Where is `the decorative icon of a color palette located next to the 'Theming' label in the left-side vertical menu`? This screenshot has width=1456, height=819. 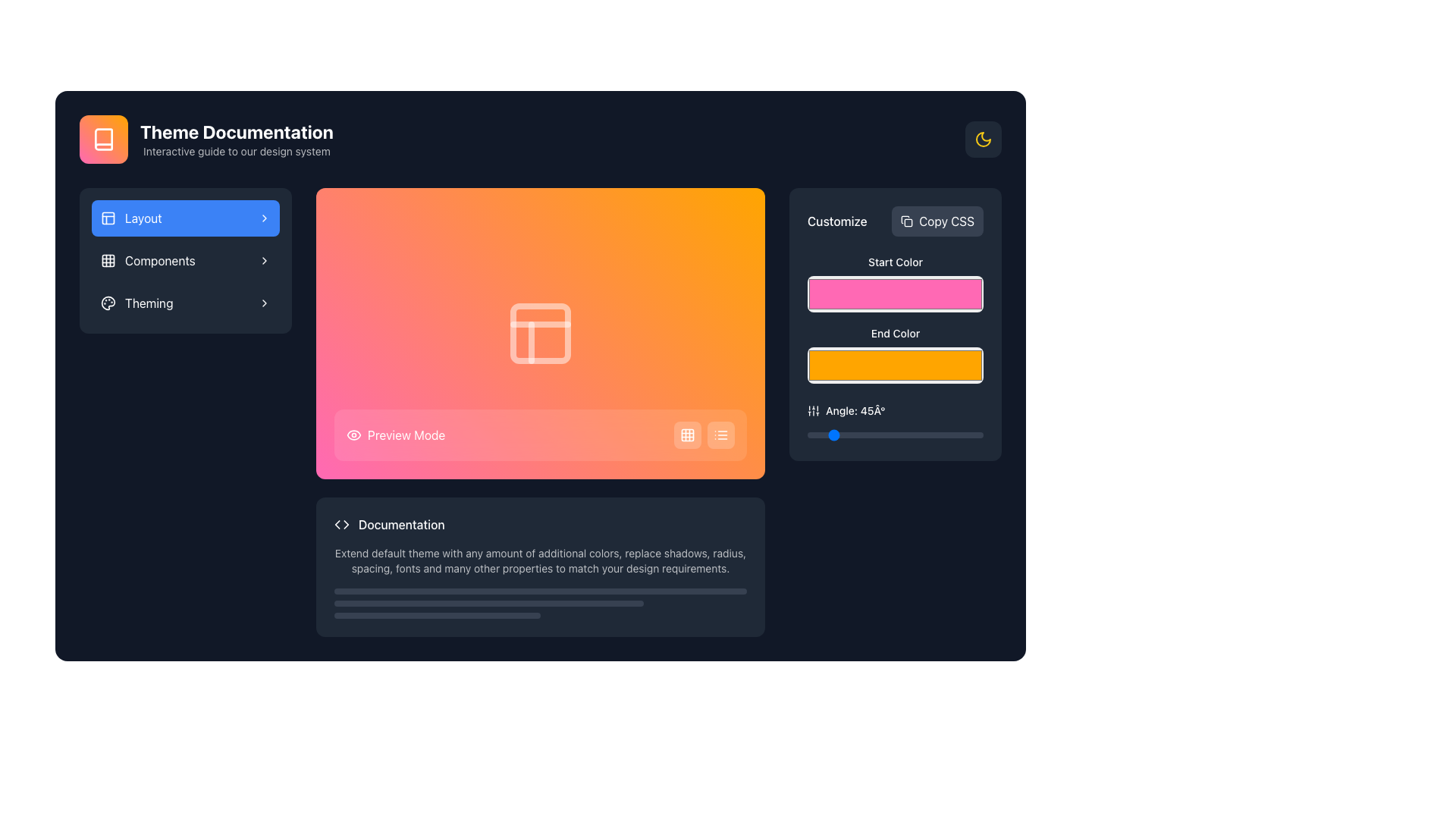
the decorative icon of a color palette located next to the 'Theming' label in the left-side vertical menu is located at coordinates (108, 303).